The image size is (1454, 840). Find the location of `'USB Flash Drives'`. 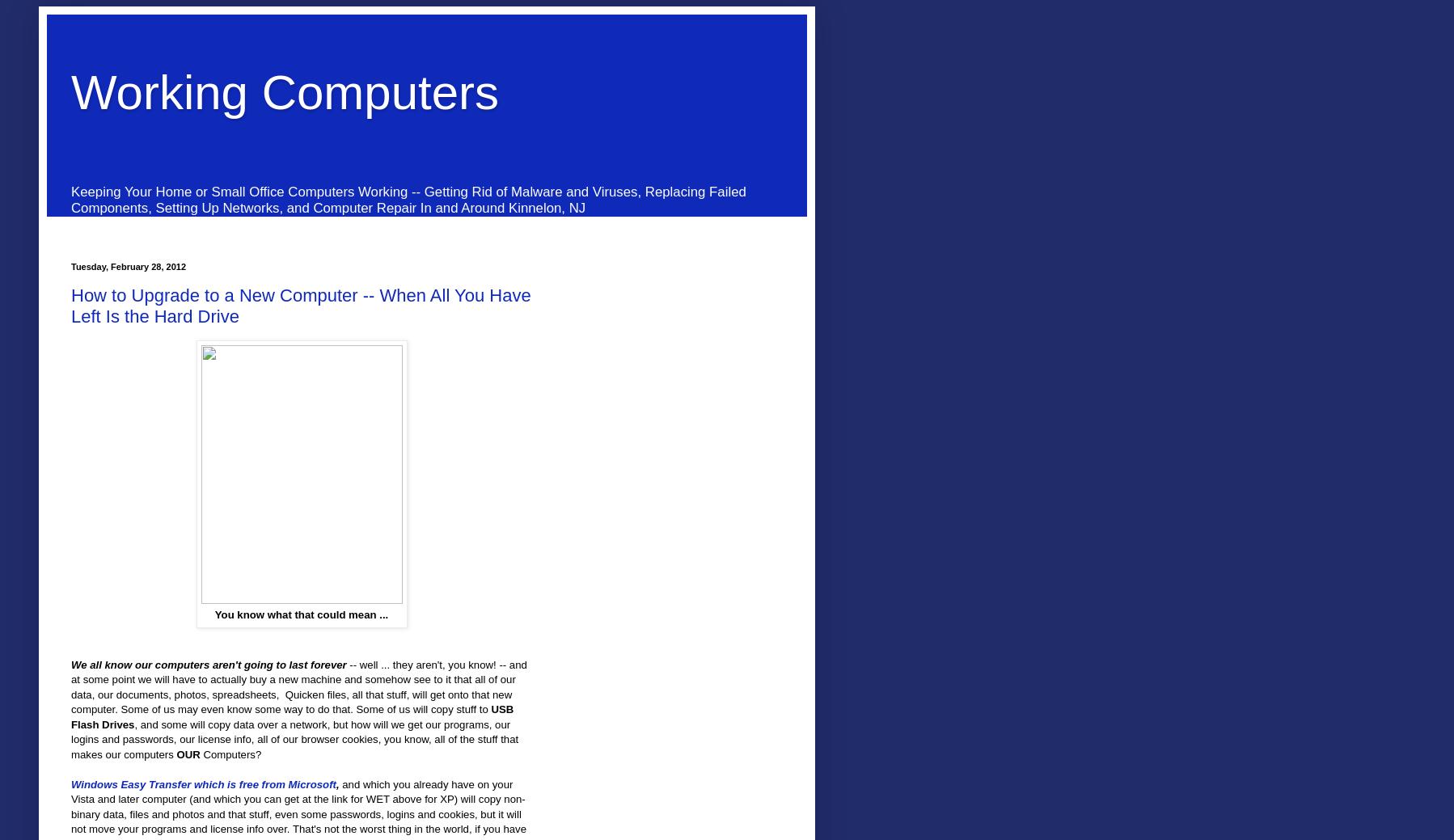

'USB Flash Drives' is located at coordinates (291, 716).